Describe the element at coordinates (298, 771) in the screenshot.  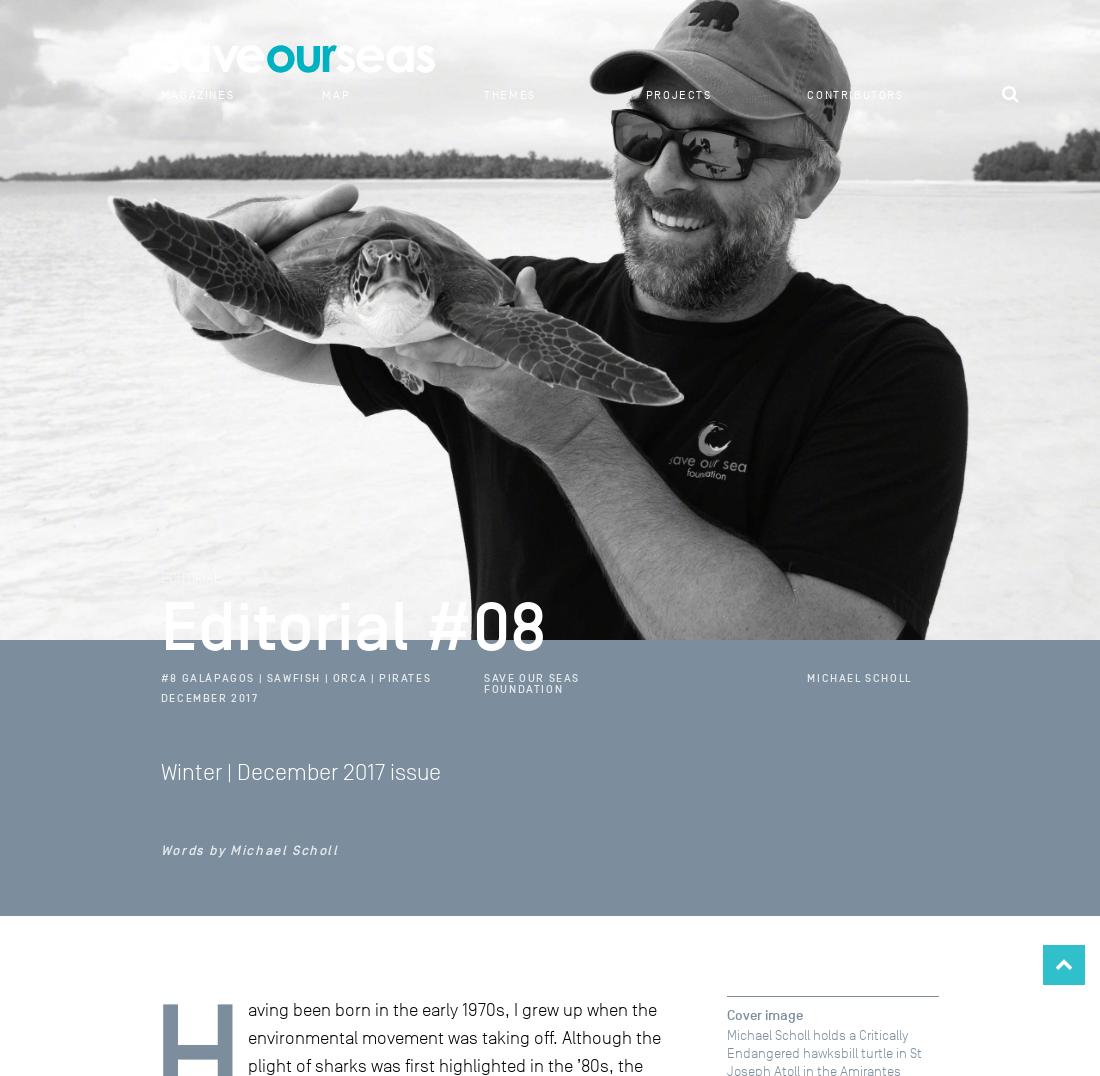
I see `'Winter | December 2017 issue'` at that location.